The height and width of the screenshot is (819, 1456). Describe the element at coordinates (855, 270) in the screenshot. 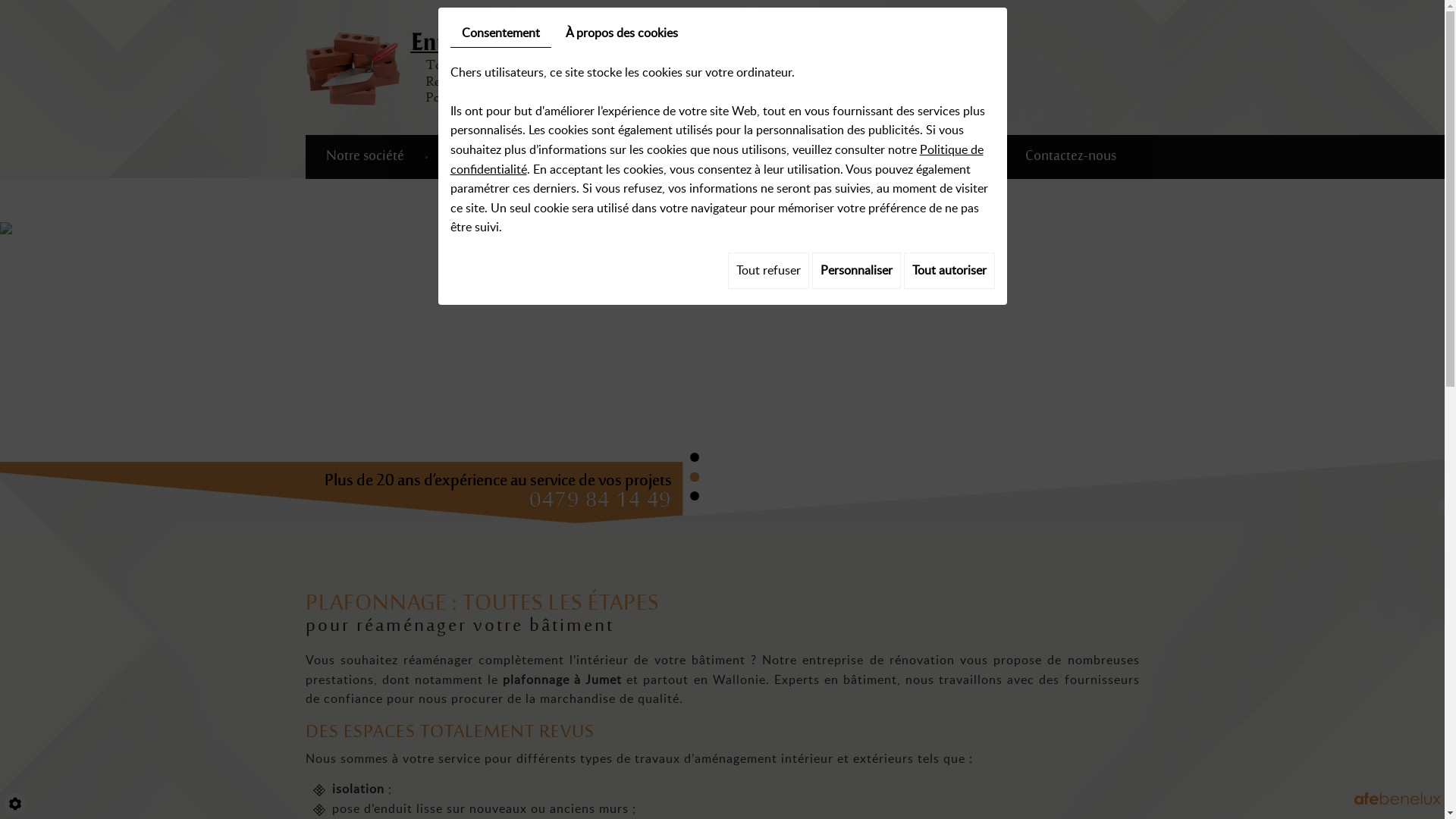

I see `'Personnaliser'` at that location.